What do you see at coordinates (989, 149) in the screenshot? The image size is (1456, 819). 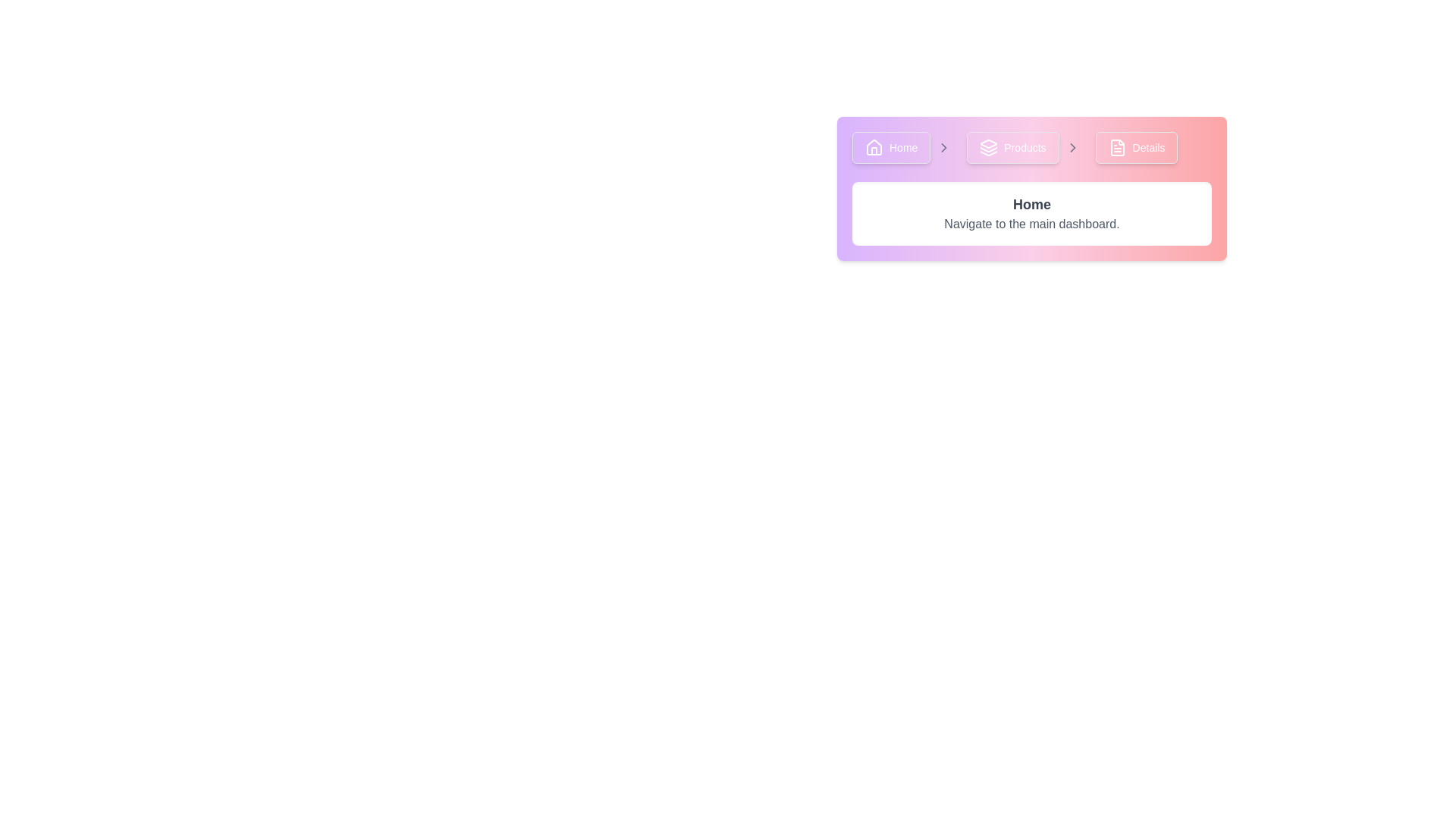 I see `the middle layer of the SVG graphic icon within the breadcrumb navigation bar, which is visually identifiable as the central part of the icon` at bounding box center [989, 149].